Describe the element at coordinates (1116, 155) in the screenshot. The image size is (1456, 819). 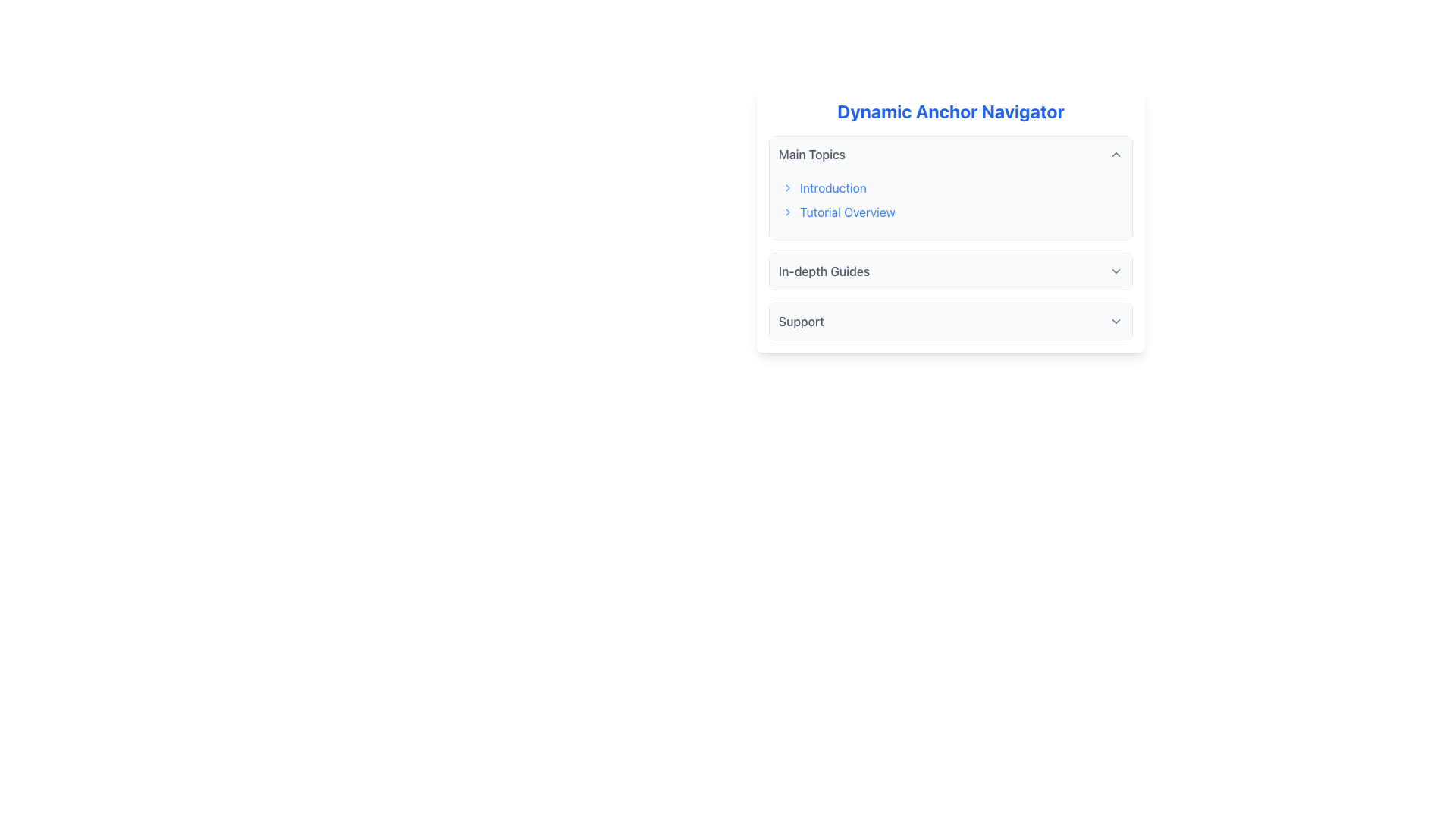
I see `the small upward-pointing chevron icon located at the far right of the 'Main Topics' button` at that location.